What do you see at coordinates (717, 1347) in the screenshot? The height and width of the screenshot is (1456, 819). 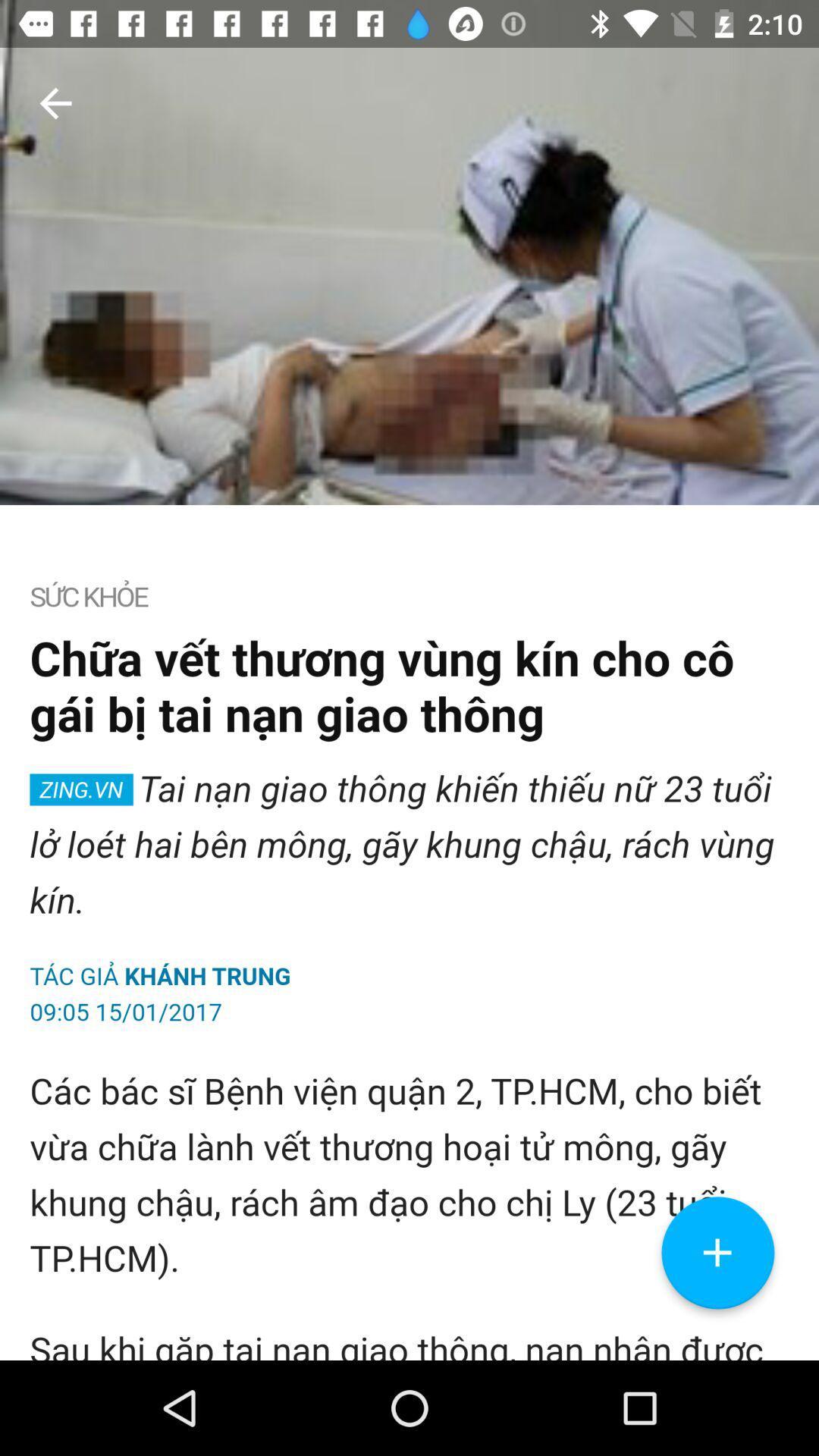 I see `the add icon` at bounding box center [717, 1347].